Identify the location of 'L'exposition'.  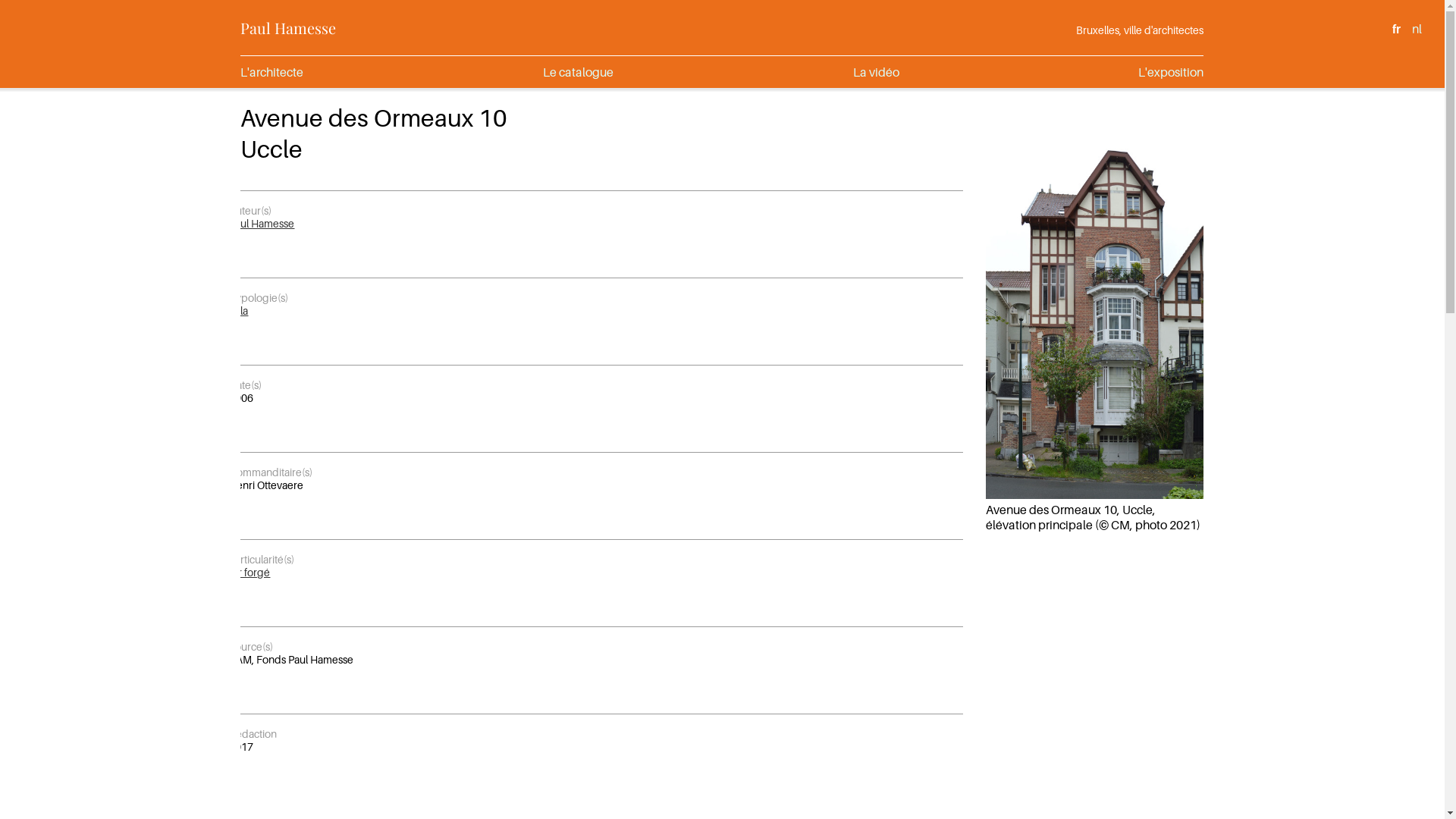
(1170, 72).